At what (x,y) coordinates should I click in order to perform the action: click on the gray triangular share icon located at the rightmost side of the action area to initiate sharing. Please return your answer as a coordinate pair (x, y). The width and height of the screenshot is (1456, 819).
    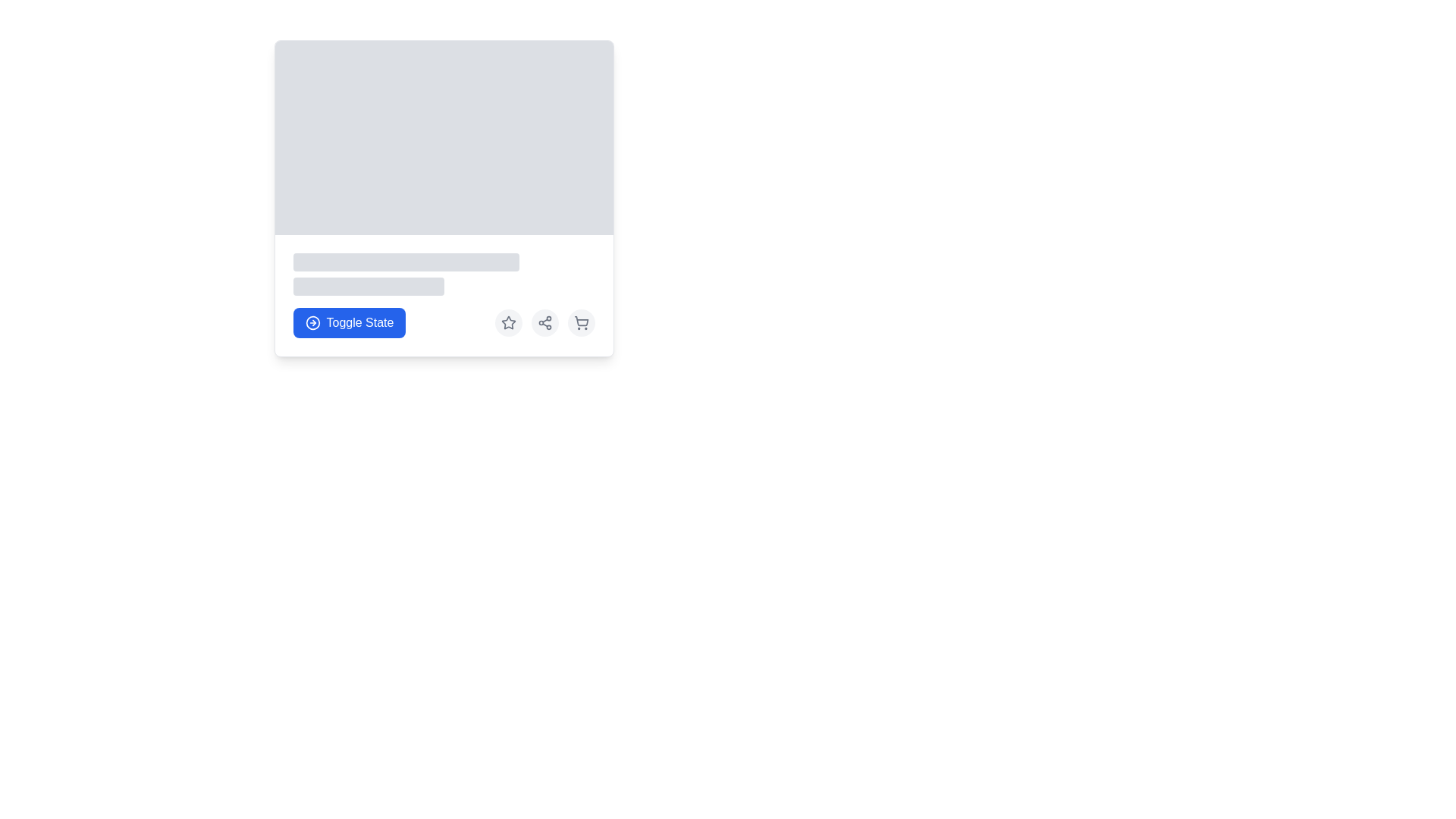
    Looking at the image, I should click on (544, 322).